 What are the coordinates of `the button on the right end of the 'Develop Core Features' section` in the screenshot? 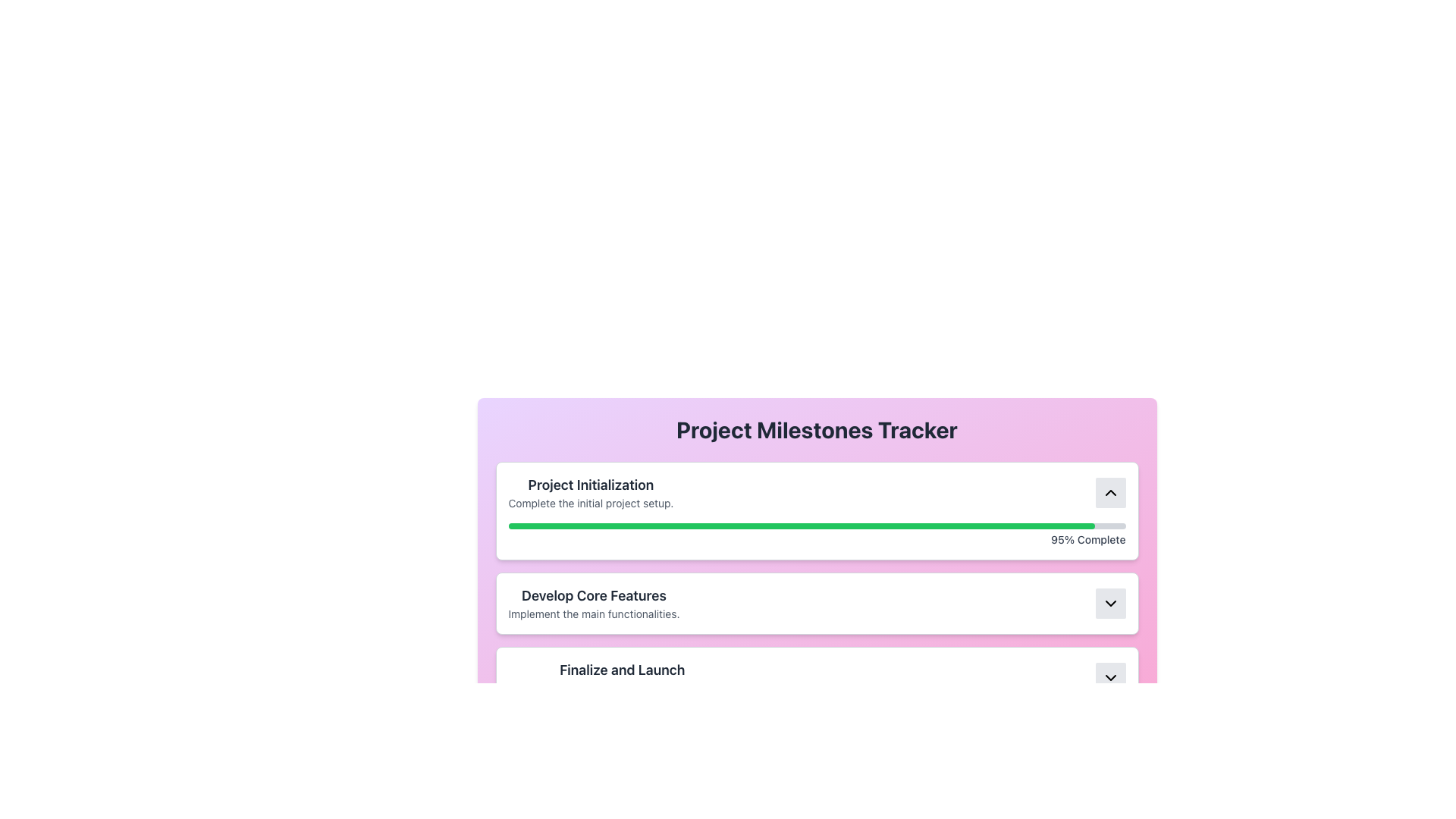 It's located at (1110, 602).